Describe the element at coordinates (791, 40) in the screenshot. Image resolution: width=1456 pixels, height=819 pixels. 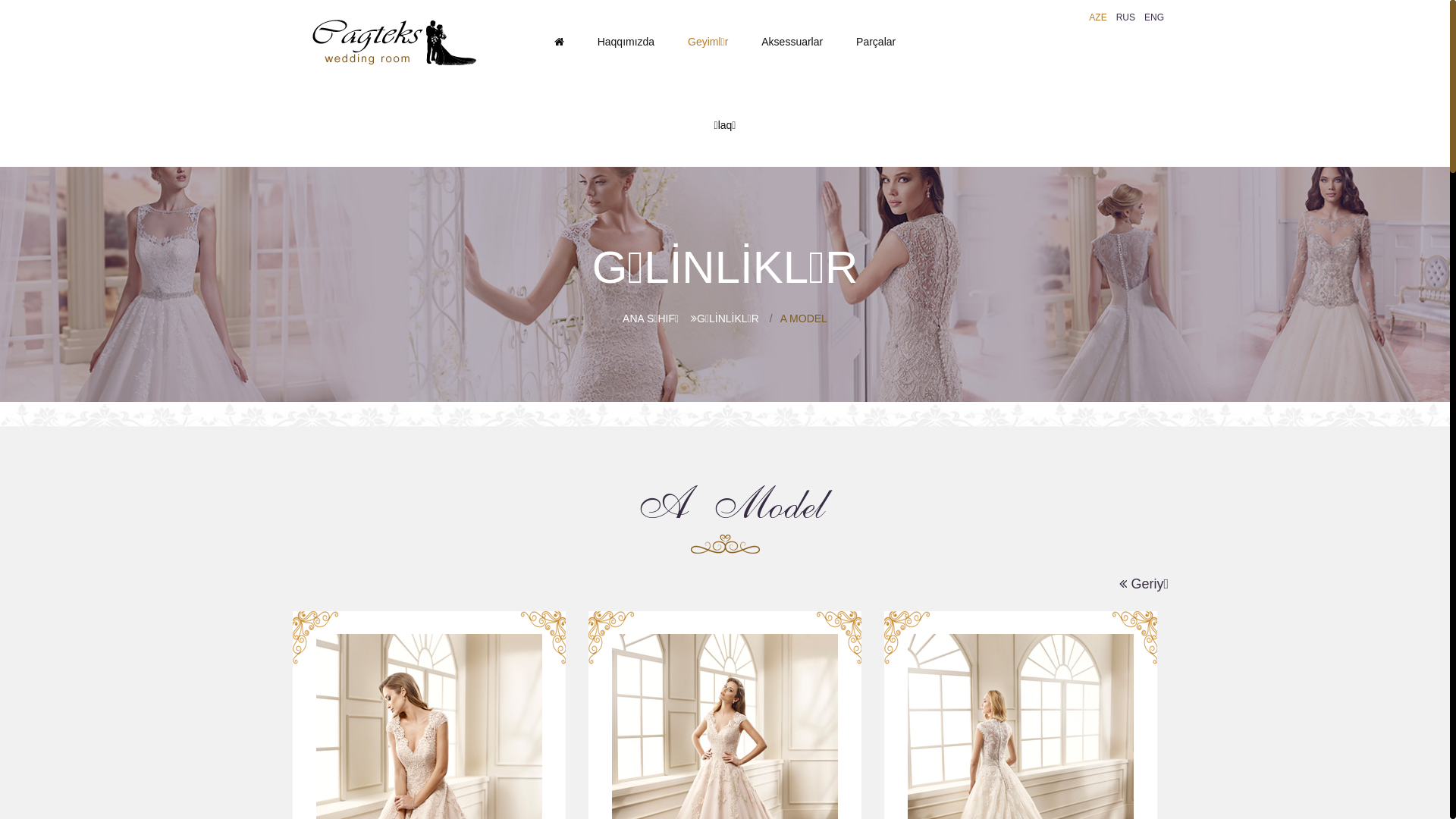
I see `'Aksessuarlar'` at that location.